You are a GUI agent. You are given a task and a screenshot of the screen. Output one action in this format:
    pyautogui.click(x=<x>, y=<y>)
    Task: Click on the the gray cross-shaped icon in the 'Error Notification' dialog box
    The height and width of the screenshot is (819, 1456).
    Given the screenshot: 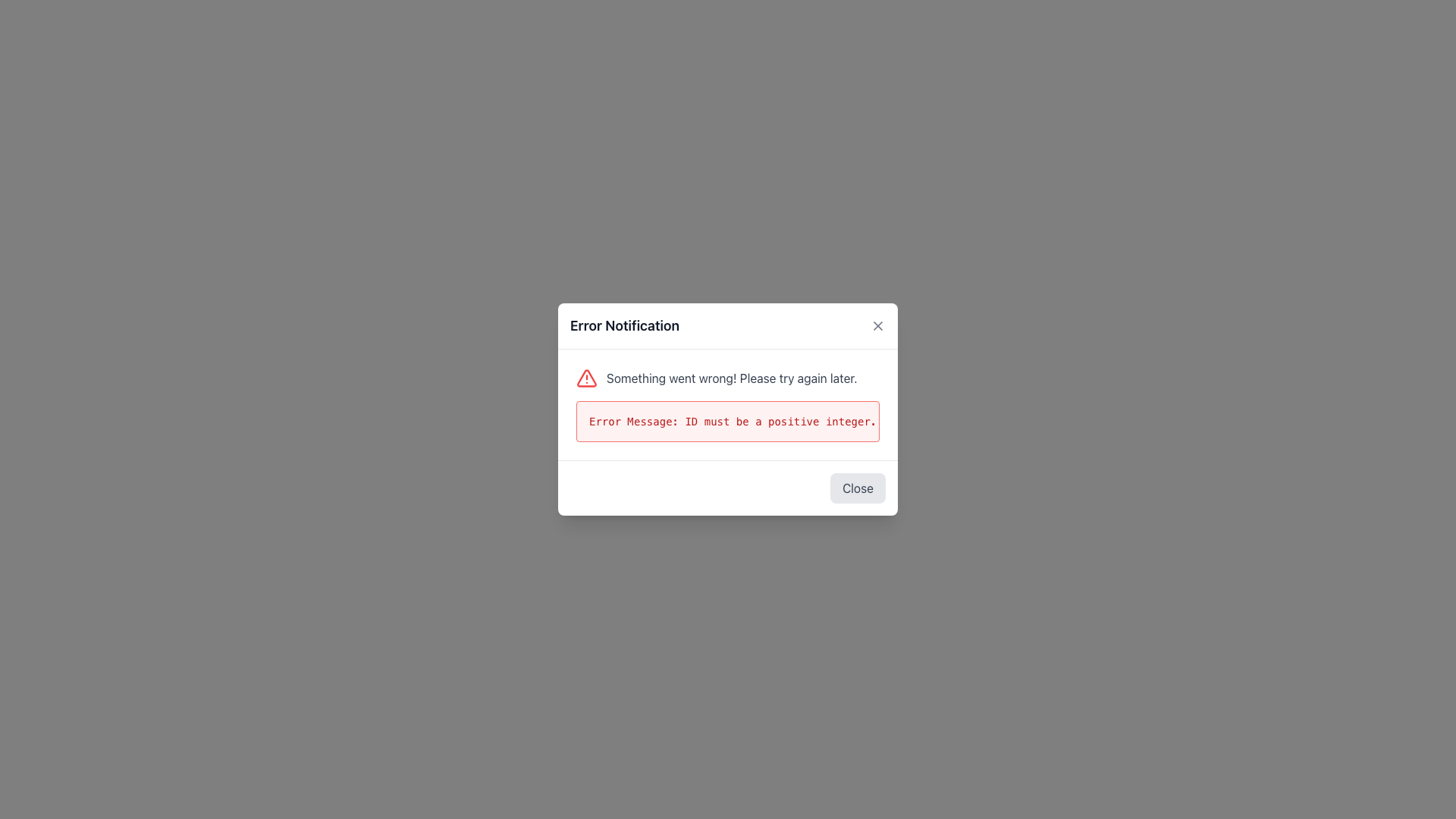 What is the action you would take?
    pyautogui.click(x=877, y=325)
    